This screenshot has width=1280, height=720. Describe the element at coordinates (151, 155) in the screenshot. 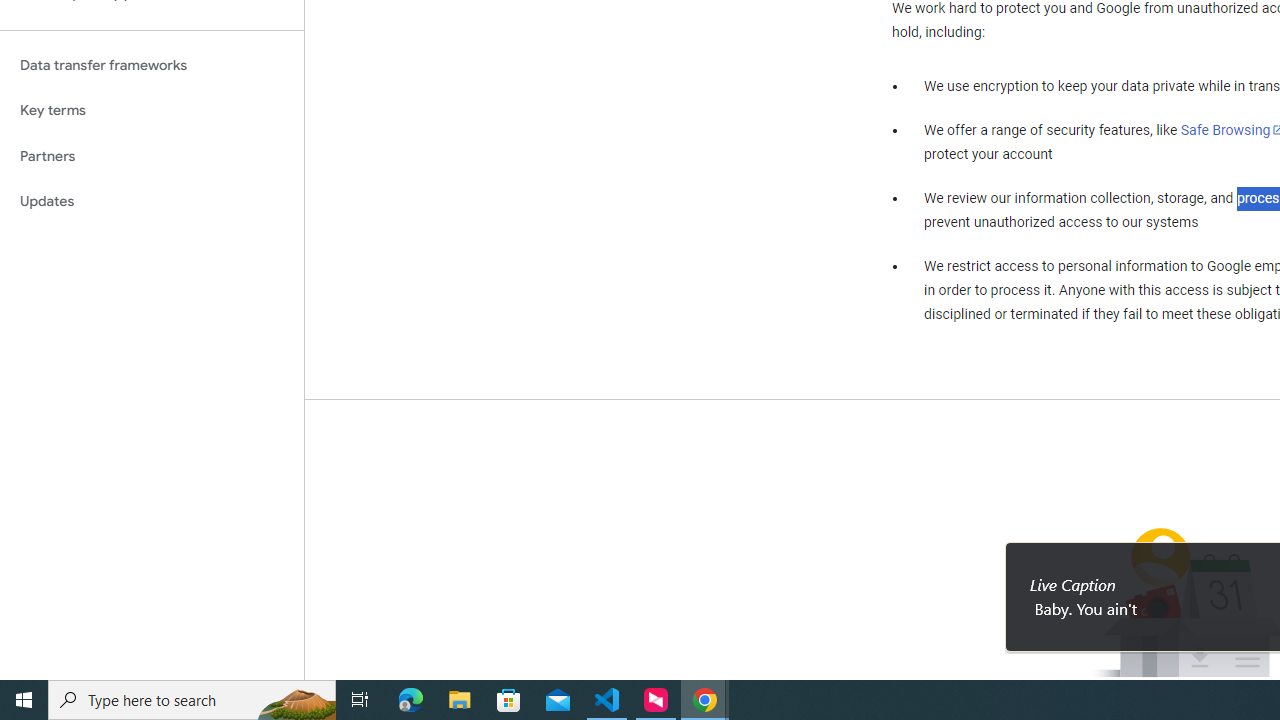

I see `'Partners'` at that location.